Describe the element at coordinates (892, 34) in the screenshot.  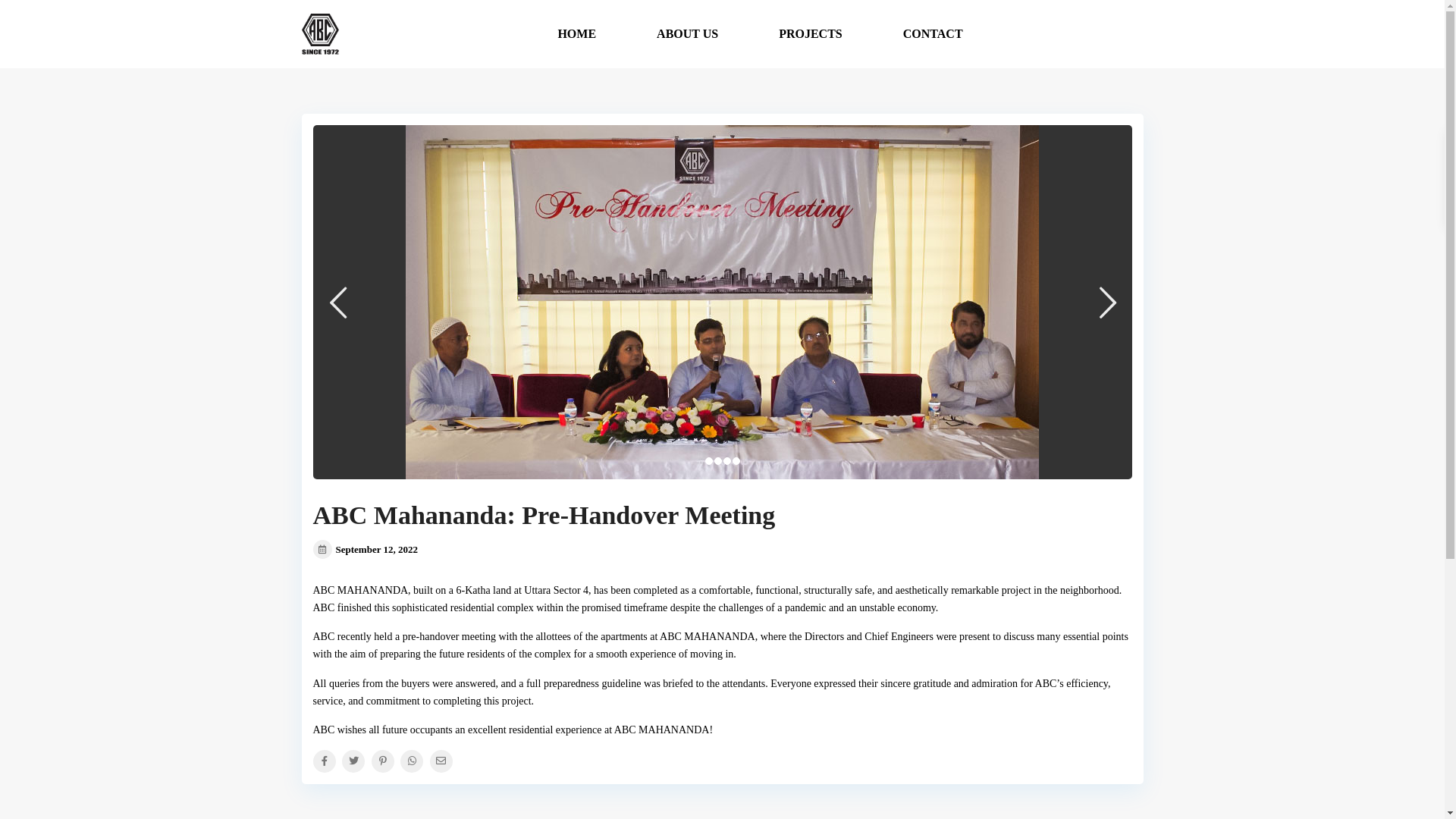
I see `'CONTACT'` at that location.